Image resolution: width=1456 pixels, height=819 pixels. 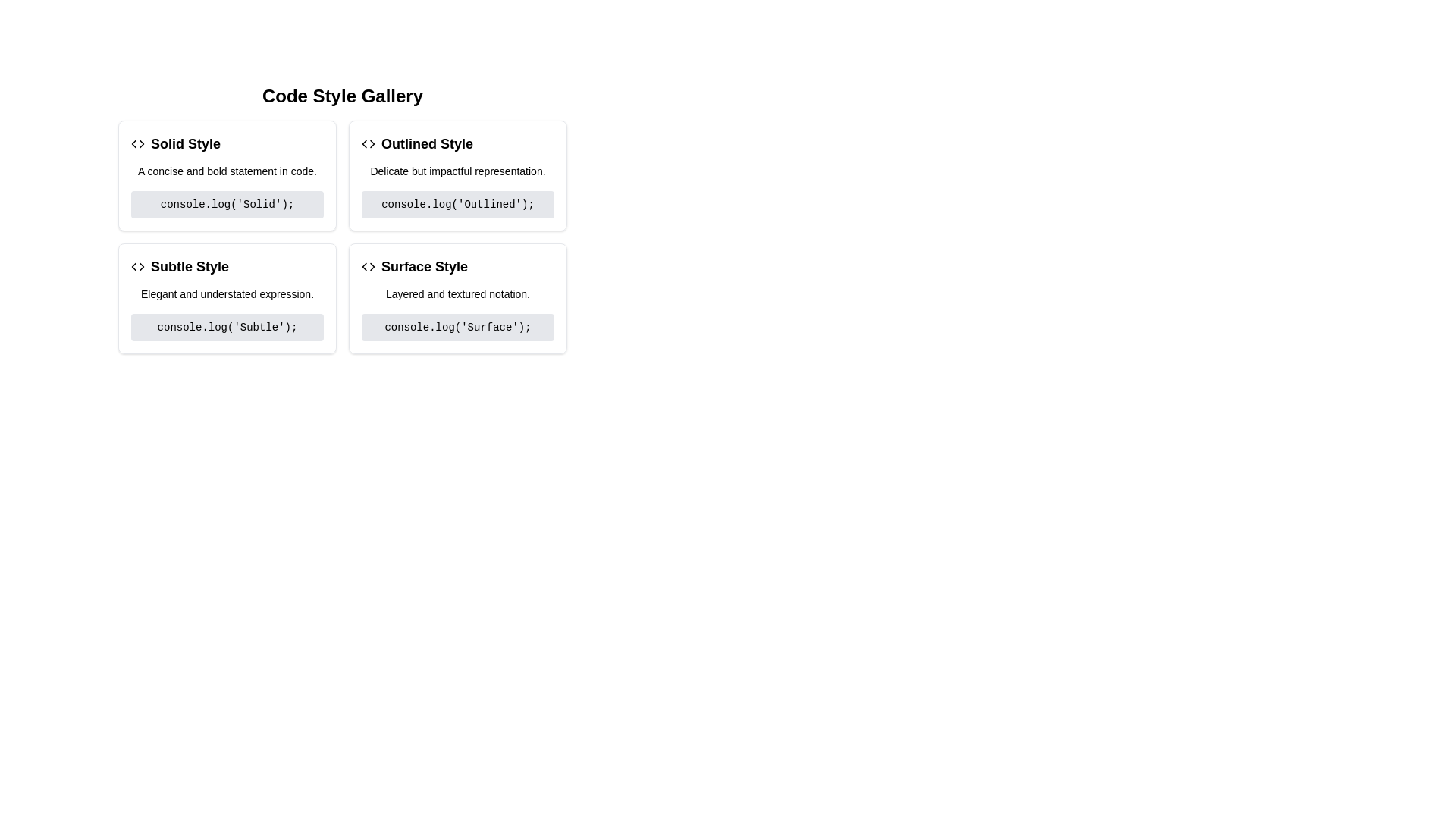 I want to click on the Iconography element which visually conveys navigation or direction, located in front of the 'Surface Style' label in the bottom right quadrant of the layout, so click(x=364, y=265).